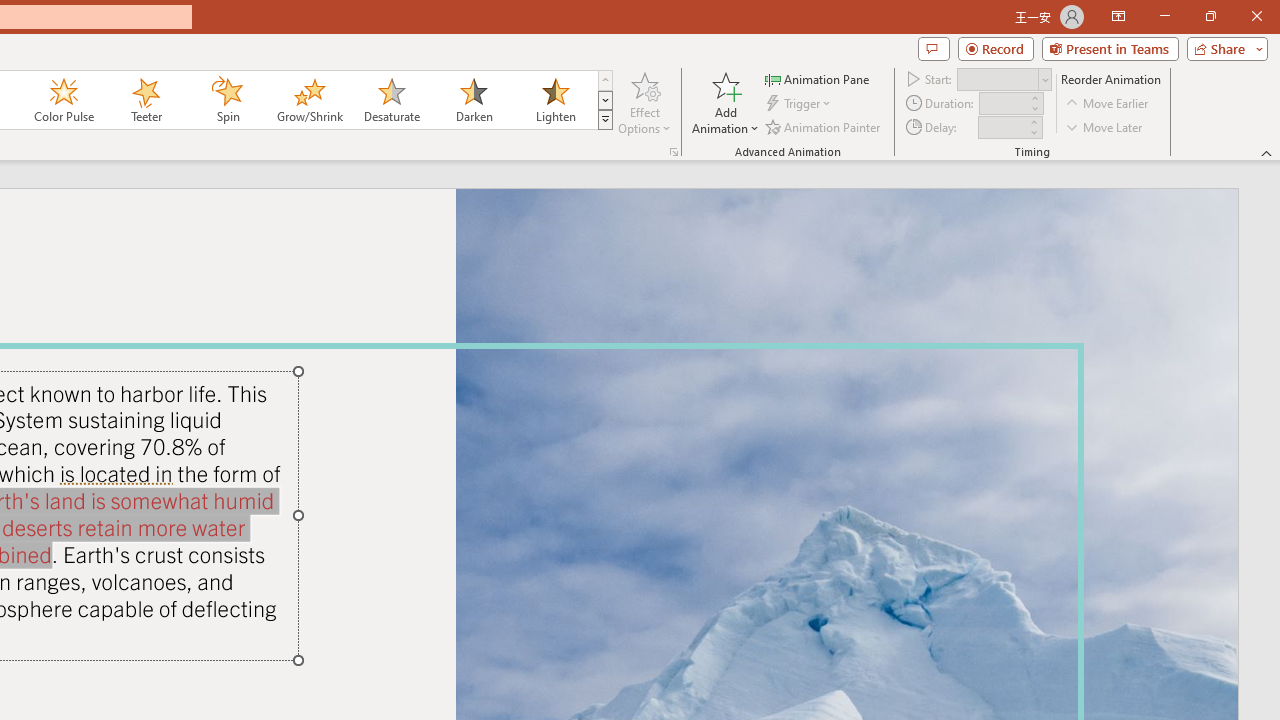  Describe the element at coordinates (64, 100) in the screenshot. I see `'Color Pulse'` at that location.